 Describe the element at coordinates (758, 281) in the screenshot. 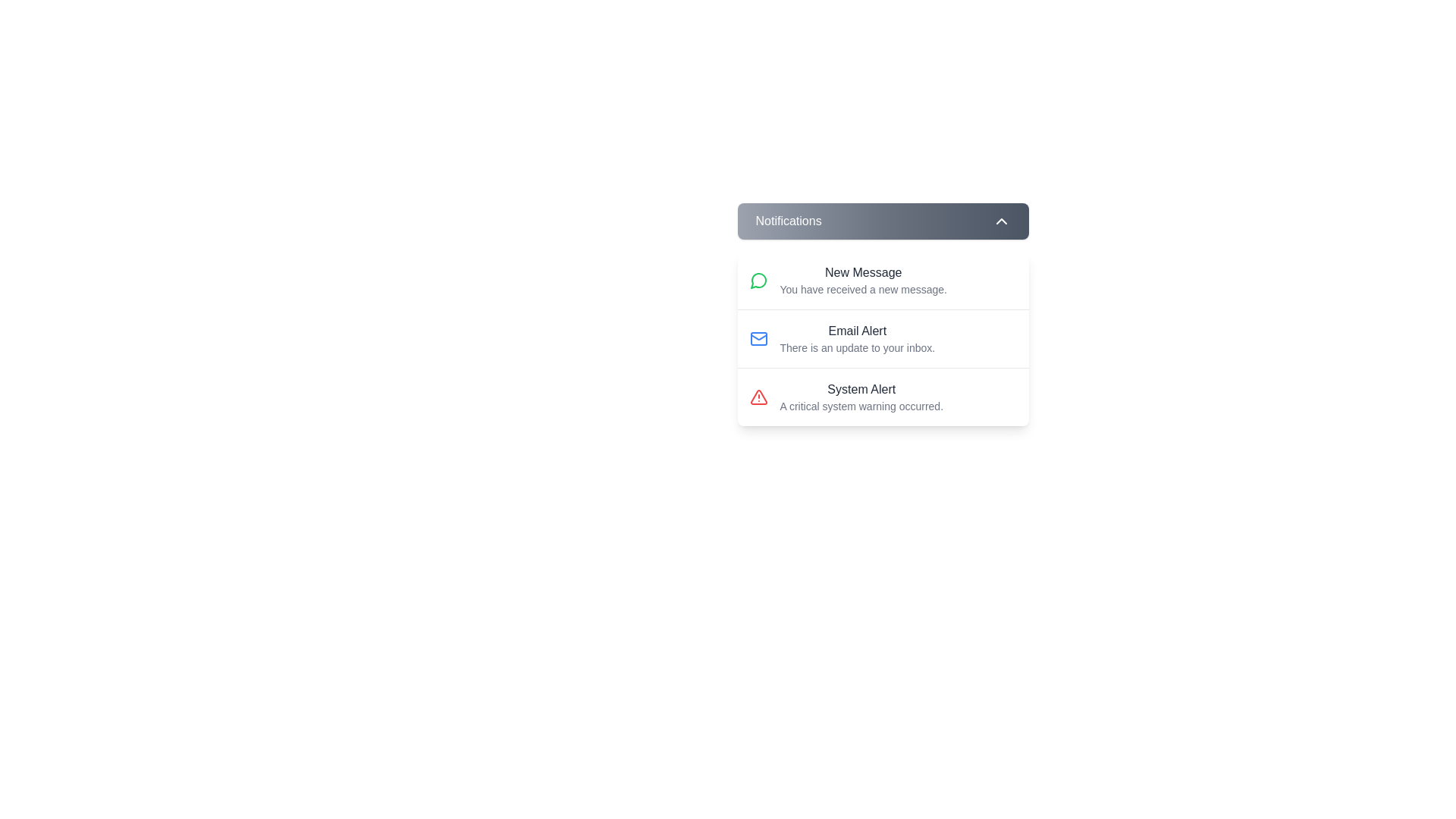

I see `the circular speech bubble icon with a green outline located to the left of the 'New Message' title in the first notification card` at that location.